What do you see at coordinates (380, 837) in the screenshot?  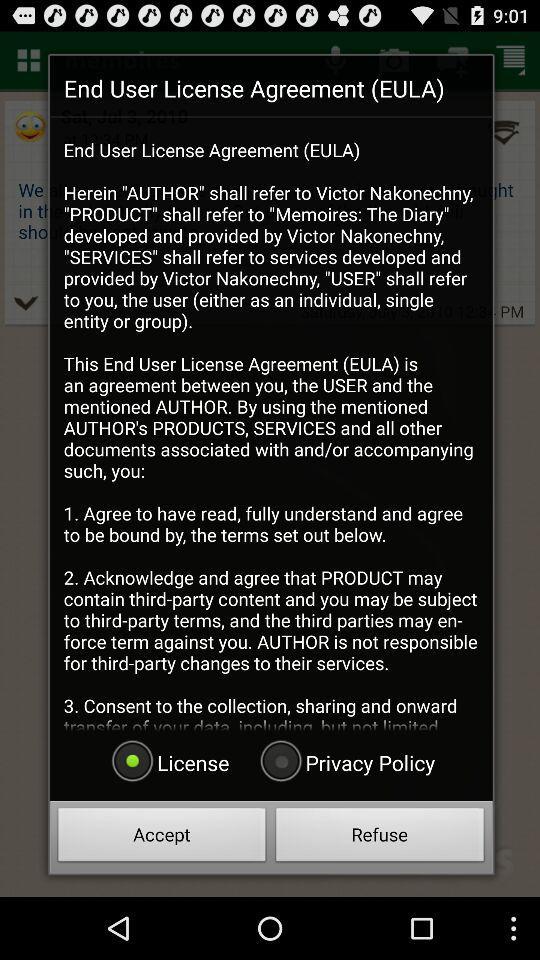 I see `refuse at the bottom right corner` at bounding box center [380, 837].